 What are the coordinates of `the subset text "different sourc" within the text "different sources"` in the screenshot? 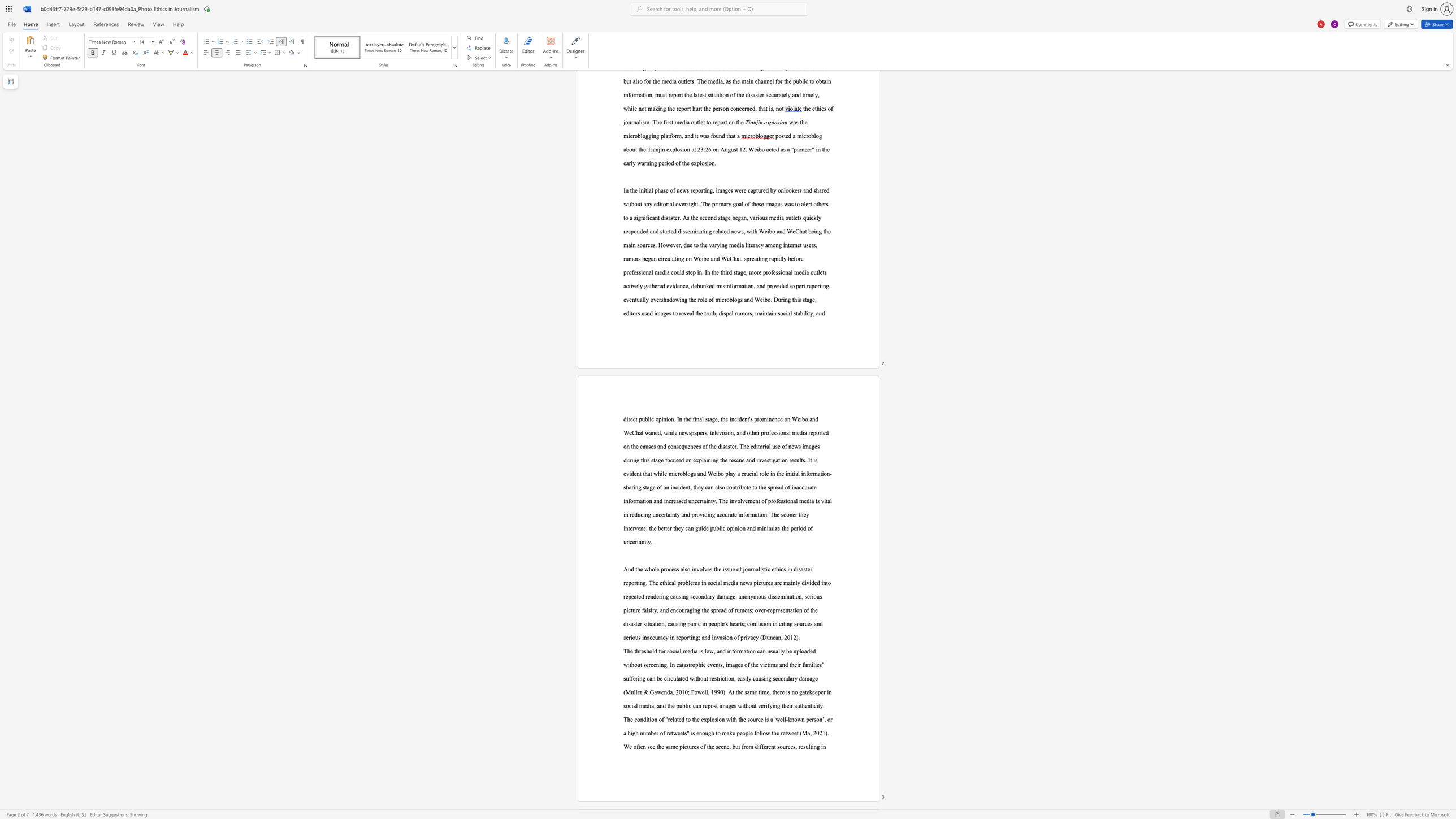 It's located at (755, 746).